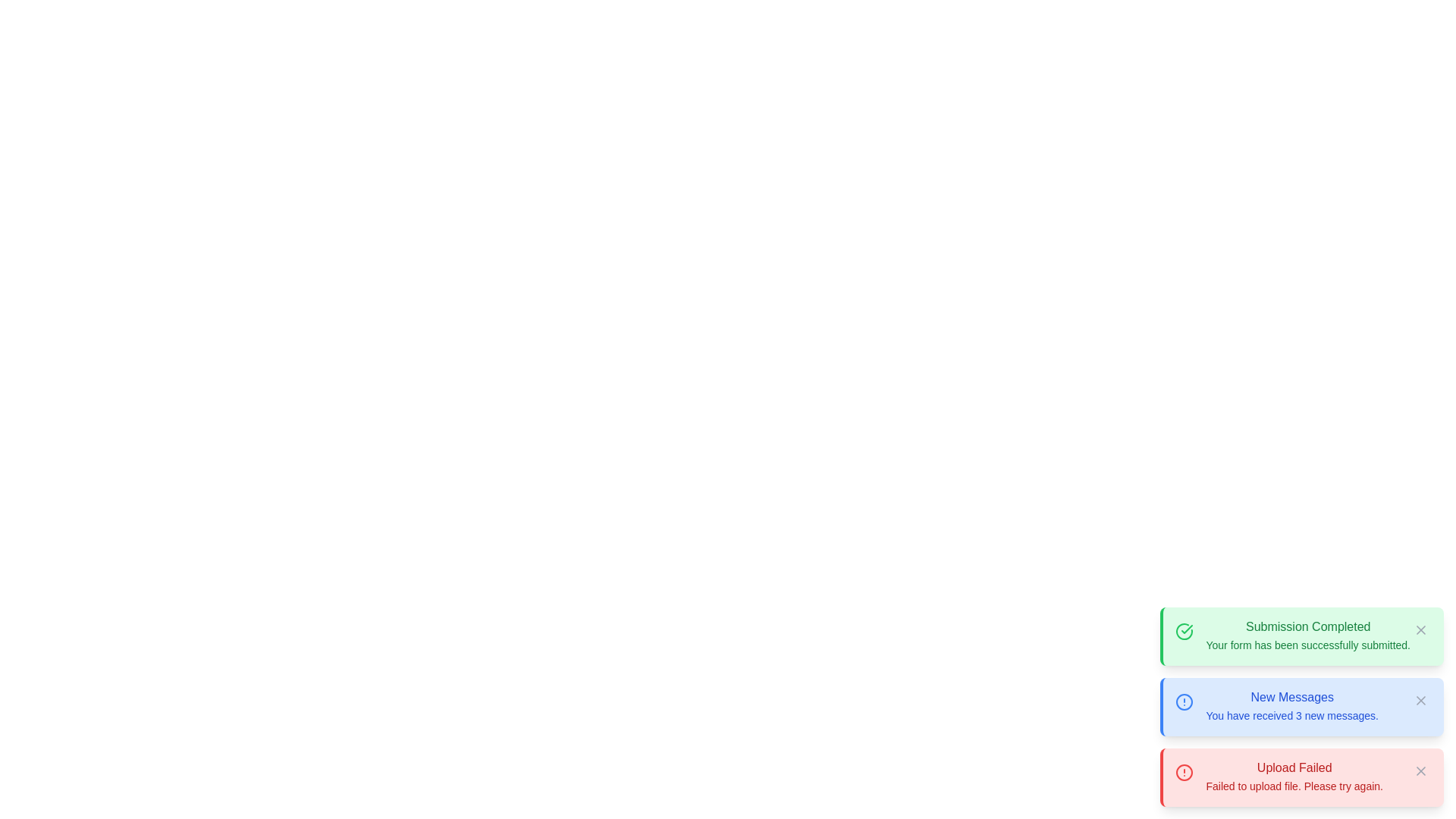  I want to click on the error notification banner indicating a file upload issue located in the bottom-most notification card at the lower right corner of the interface, so click(1294, 777).